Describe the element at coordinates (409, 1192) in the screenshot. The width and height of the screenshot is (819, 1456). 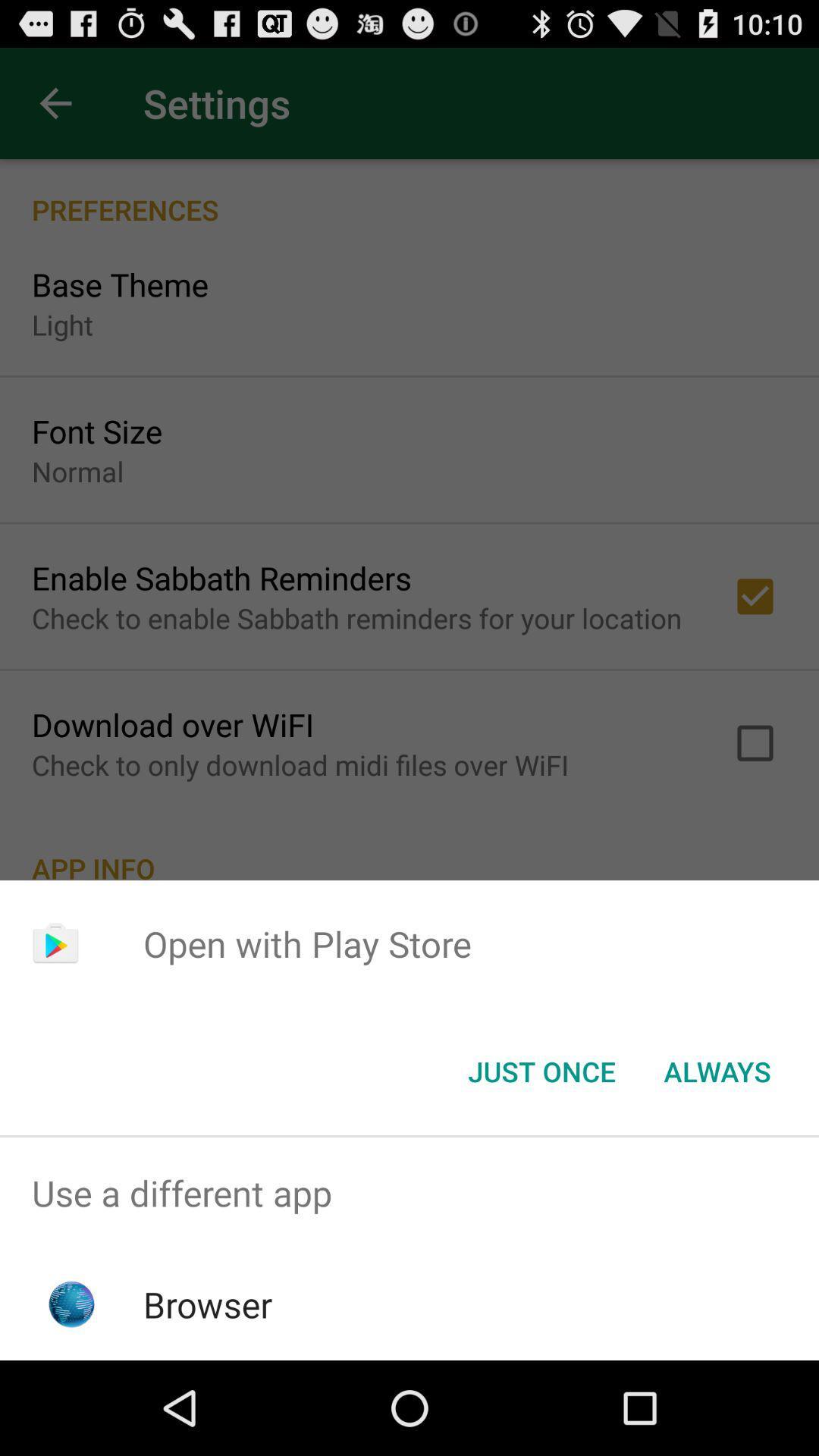
I see `the use a different icon` at that location.